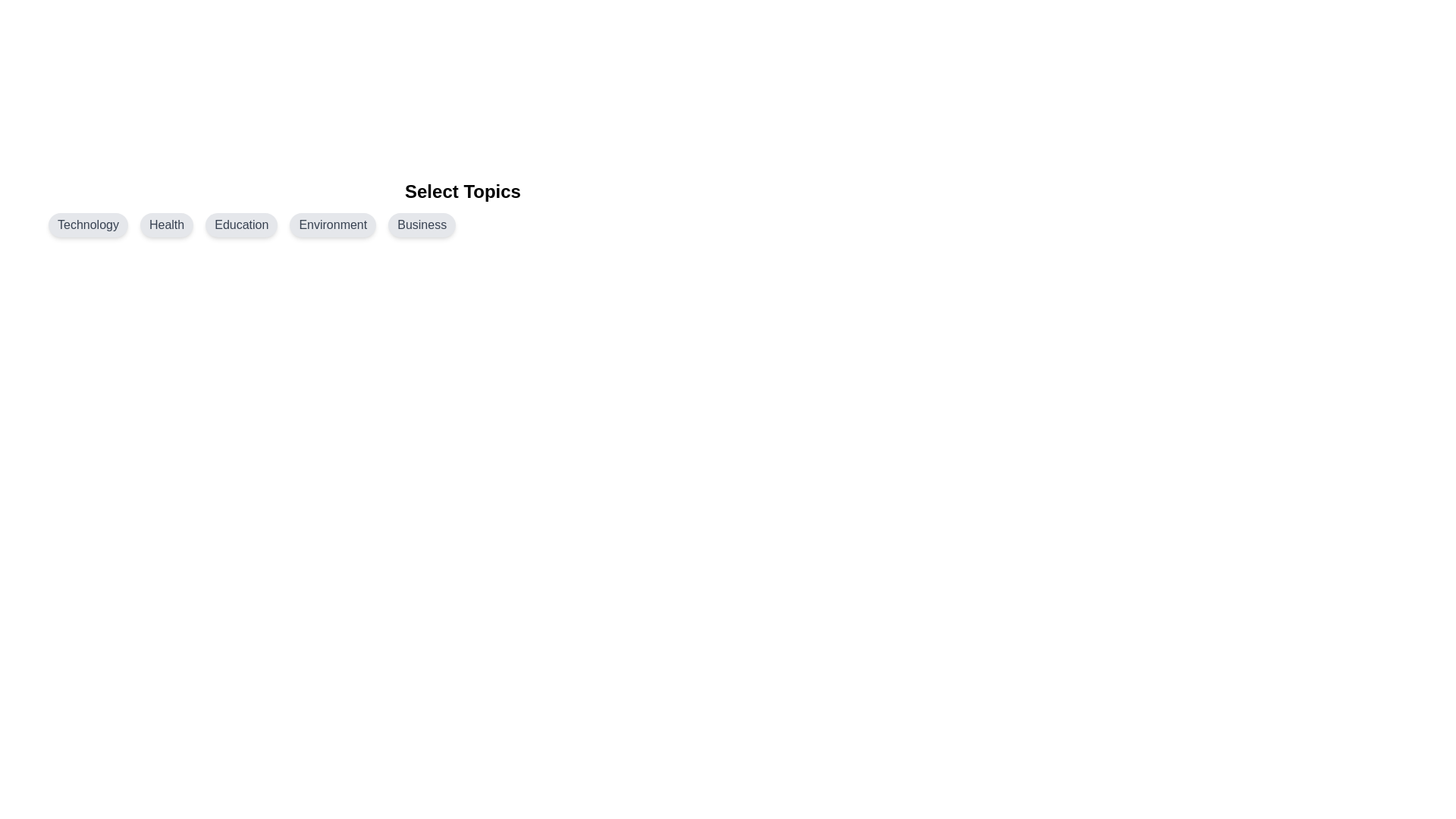  What do you see at coordinates (86, 225) in the screenshot?
I see `the topic chip labeled Technology by clicking on it` at bounding box center [86, 225].